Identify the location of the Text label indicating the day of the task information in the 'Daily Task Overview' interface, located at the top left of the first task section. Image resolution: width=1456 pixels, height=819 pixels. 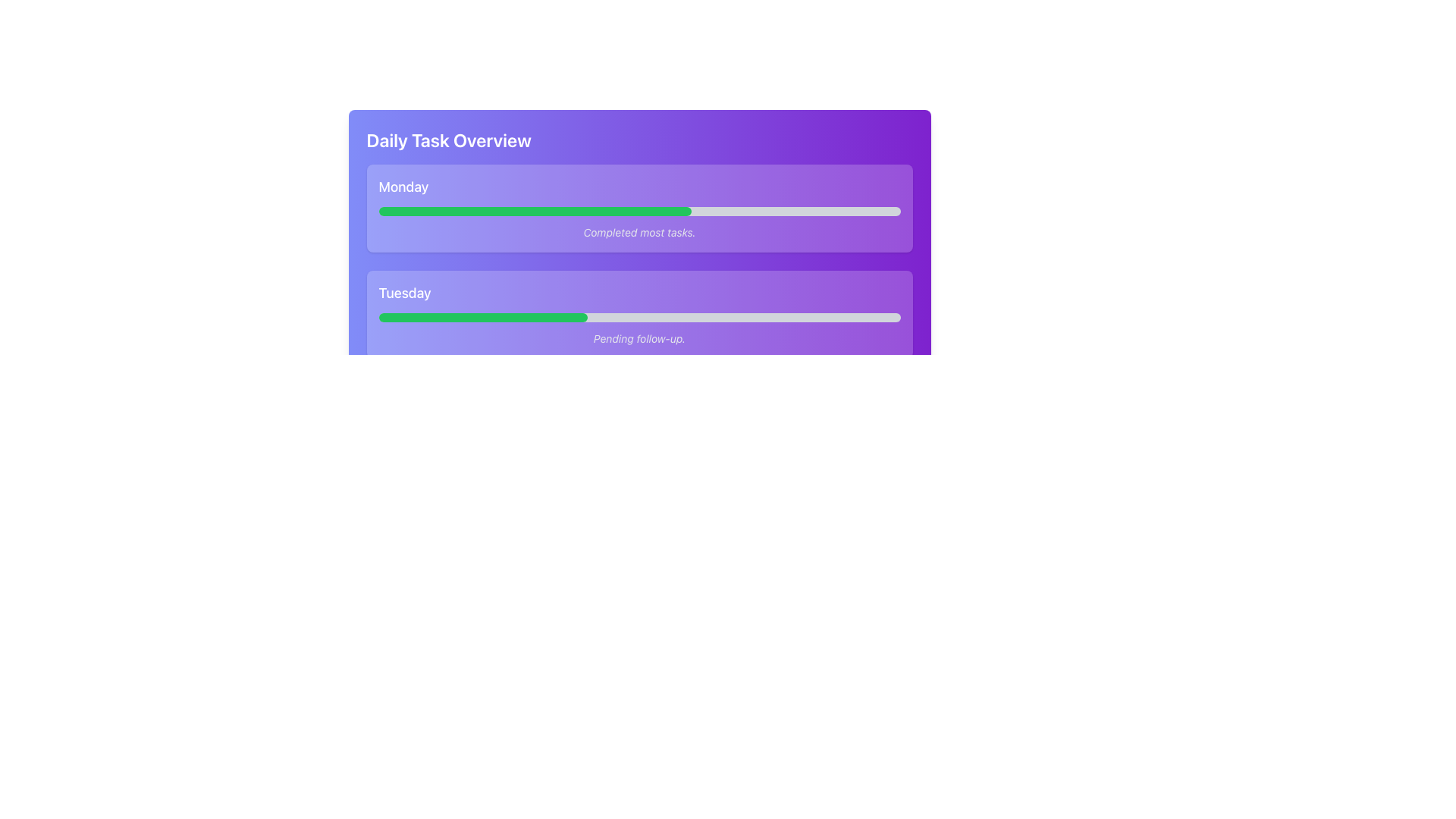
(403, 186).